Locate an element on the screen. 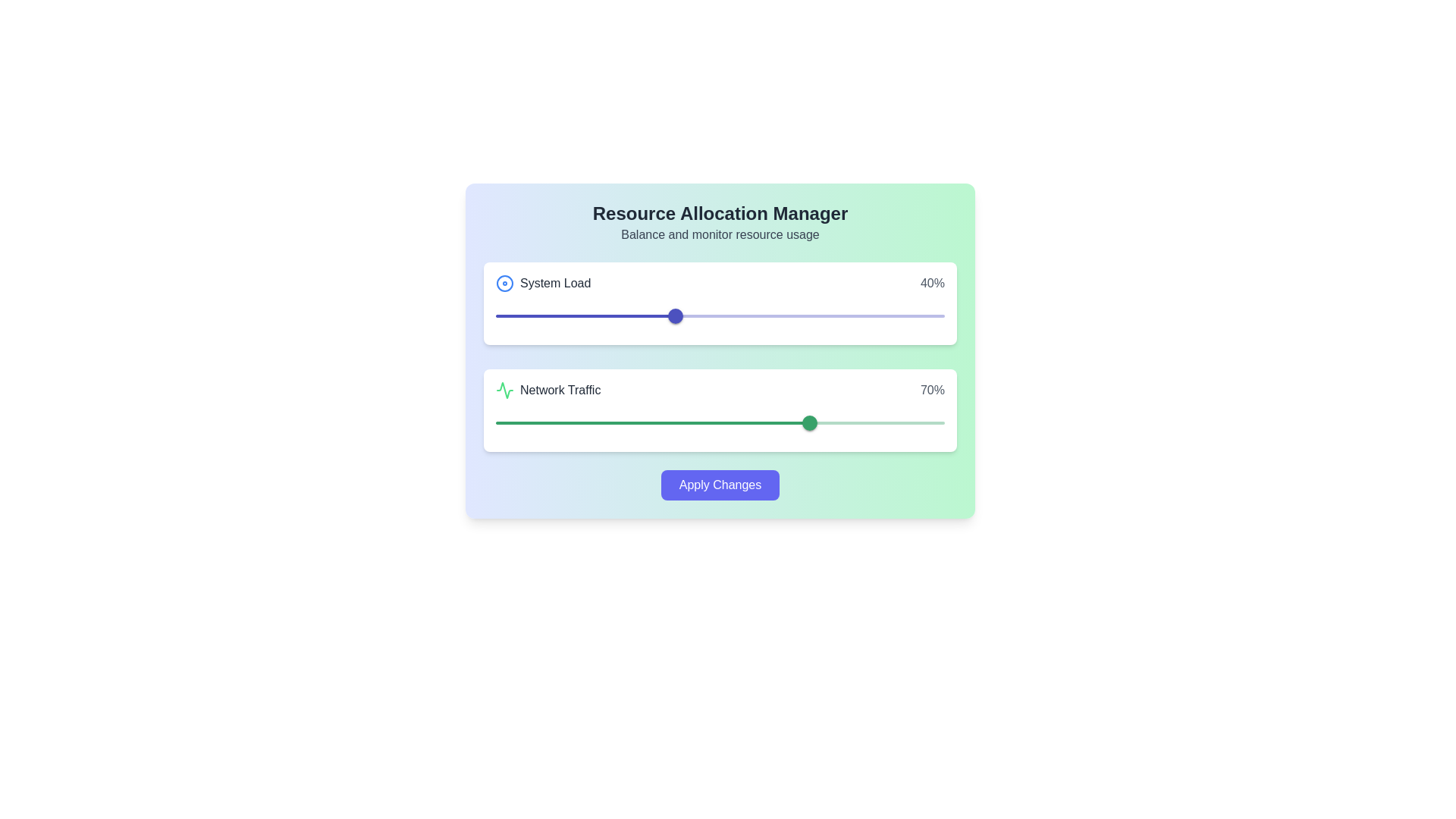 The height and width of the screenshot is (819, 1456). the 'System Load' labeled metric display element, which shows a value of '40%' and is positioned in the top section of its panel is located at coordinates (720, 284).